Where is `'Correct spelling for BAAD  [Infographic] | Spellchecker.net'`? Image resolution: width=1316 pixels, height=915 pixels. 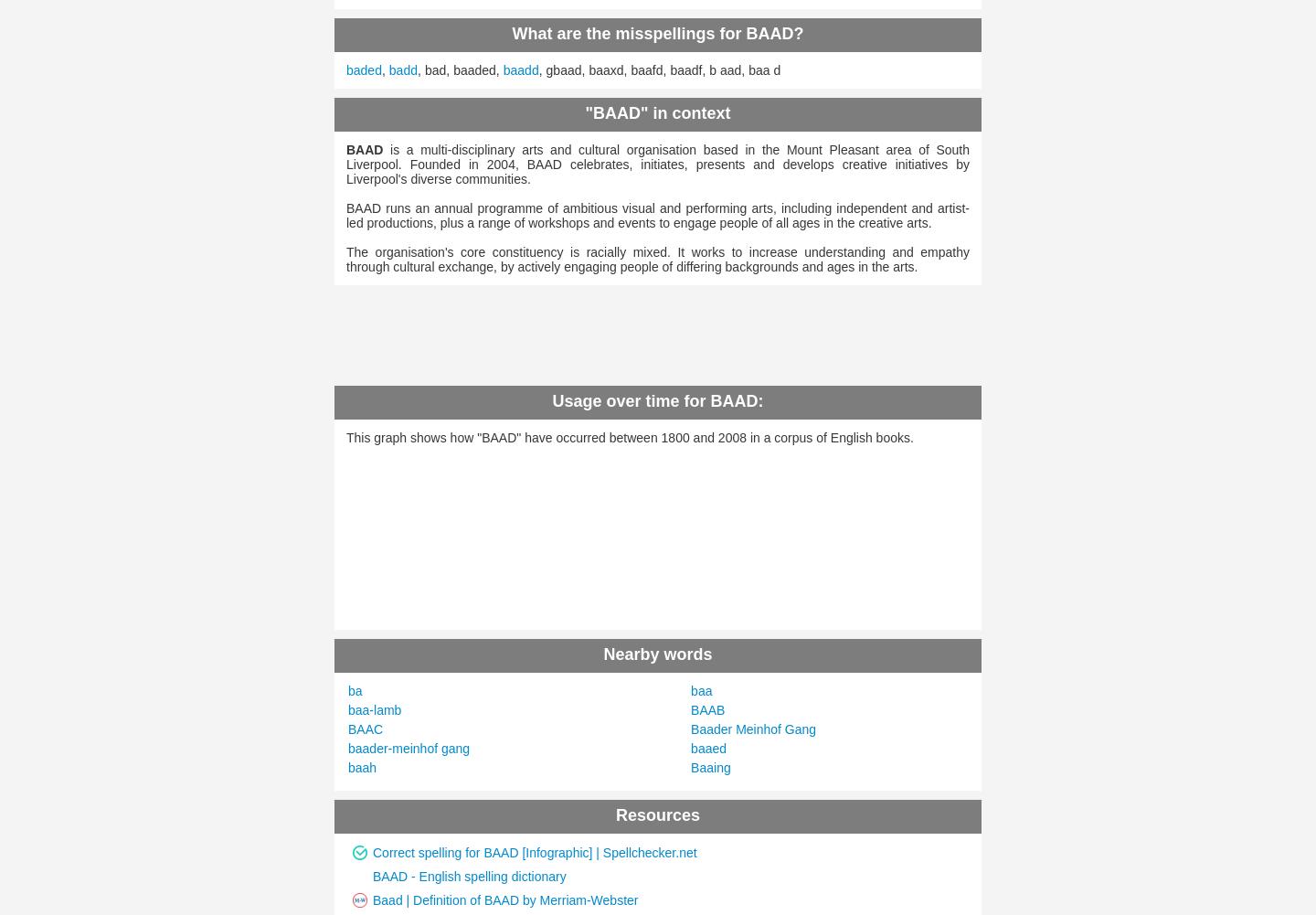
'Correct spelling for BAAD  [Infographic] | Spellchecker.net' is located at coordinates (534, 852).